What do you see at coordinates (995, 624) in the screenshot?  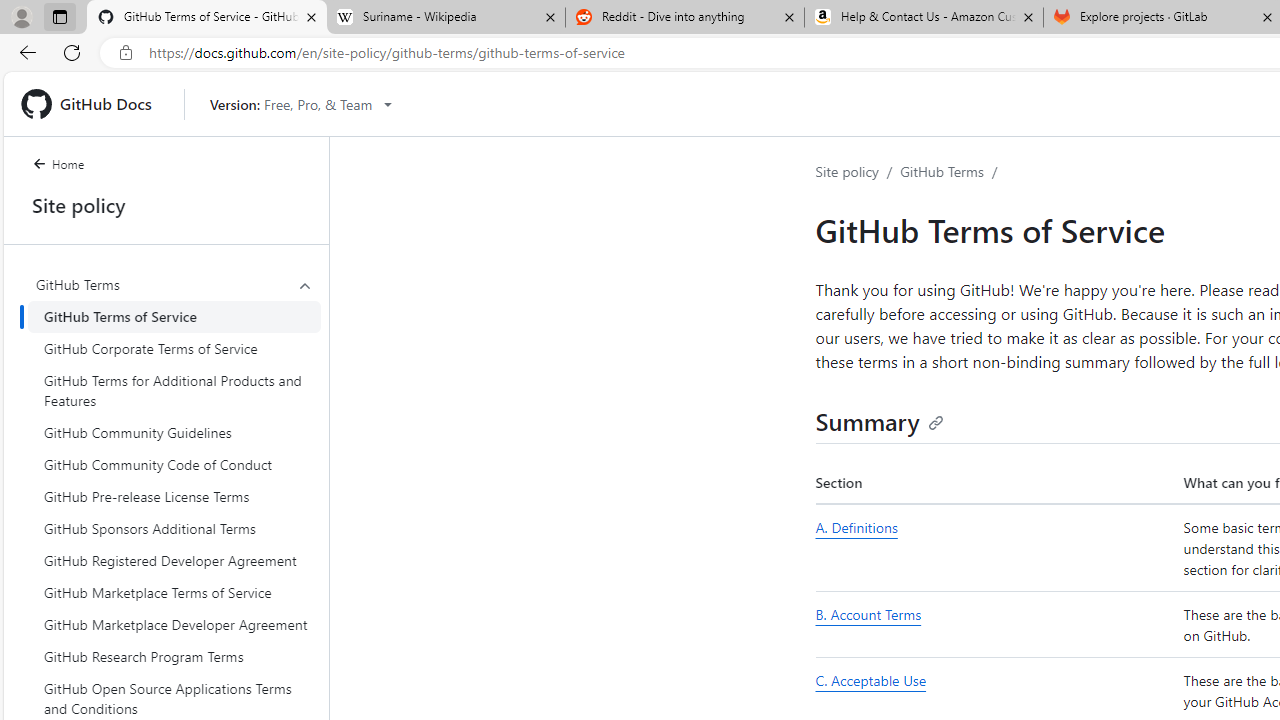 I see `'B. Account Terms'` at bounding box center [995, 624].